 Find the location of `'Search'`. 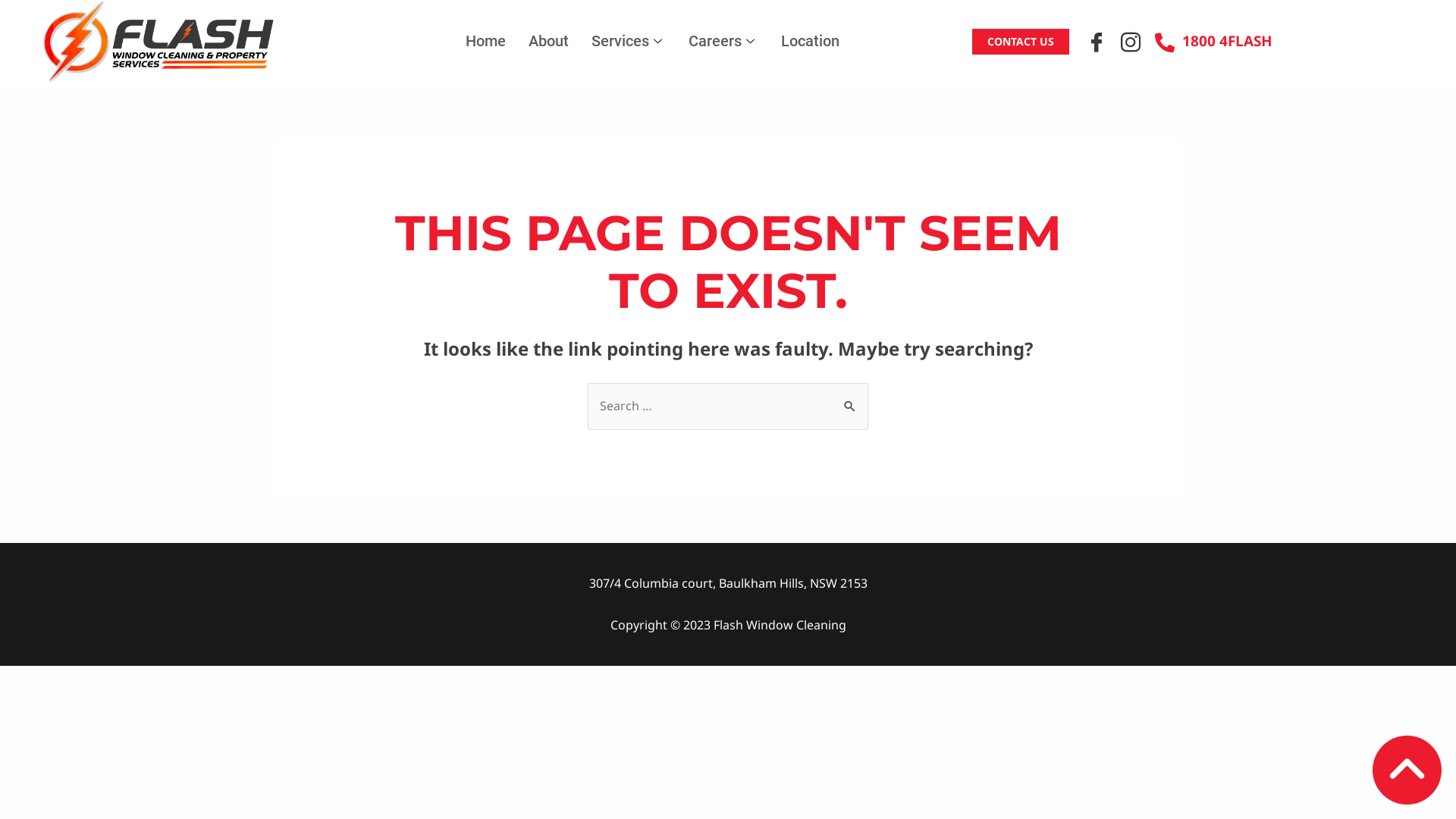

'Search' is located at coordinates (833, 397).